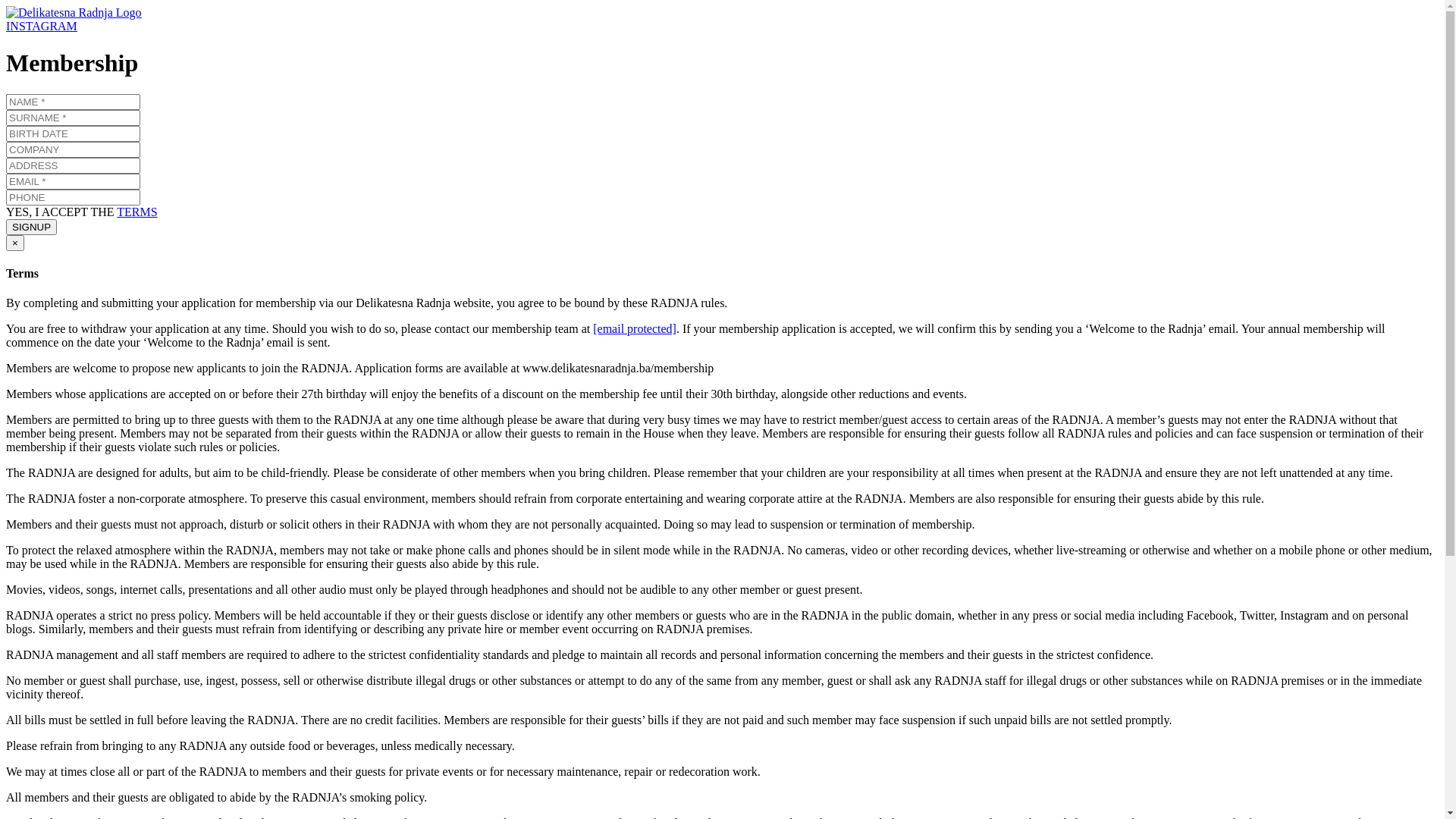 This screenshot has width=1456, height=819. I want to click on 'TERMS', so click(115, 212).